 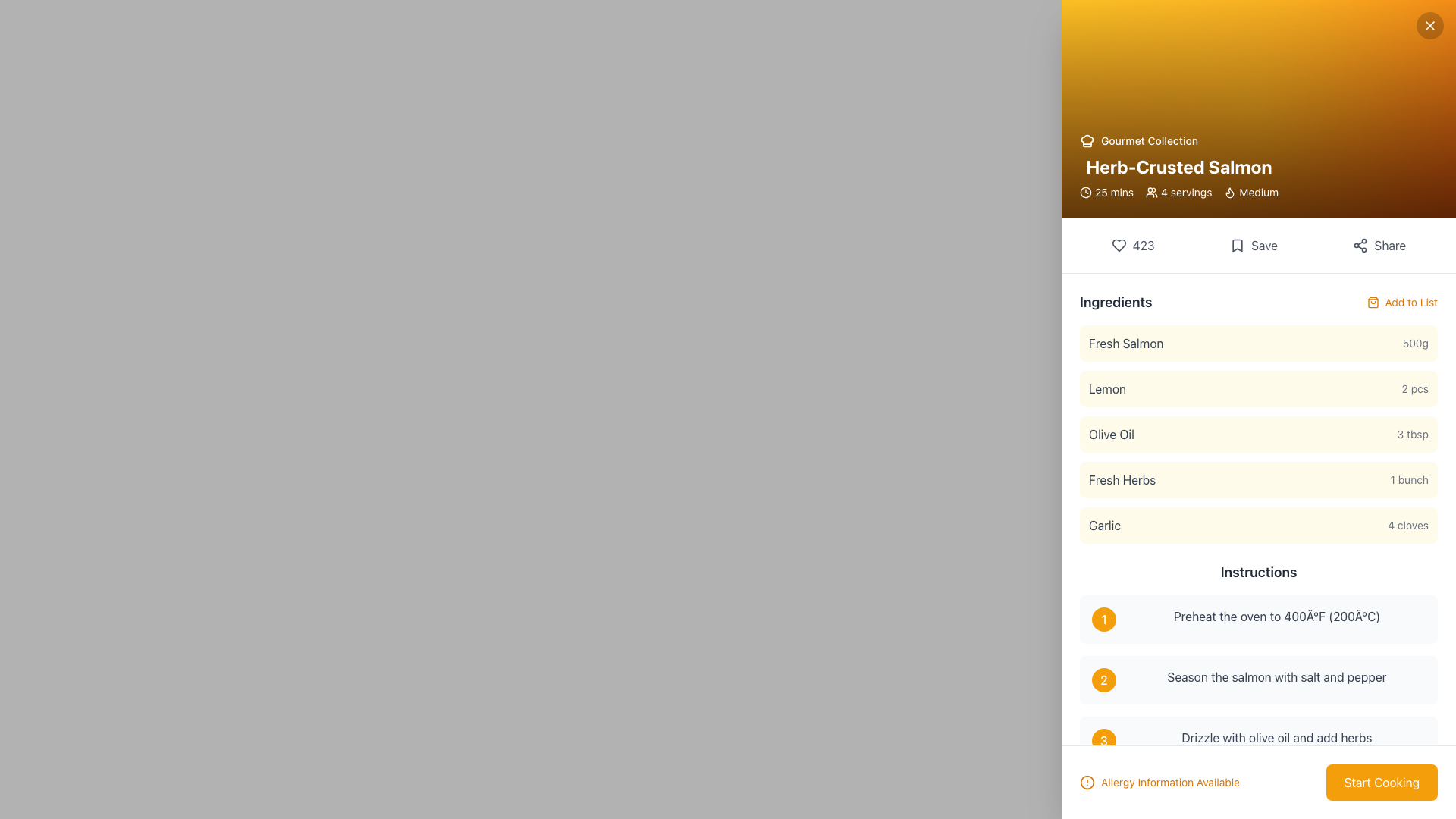 I want to click on the 'Ingredients' text element, which is styled in bold and dark gray, located in the top left region under the recipe information, so click(x=1116, y=302).